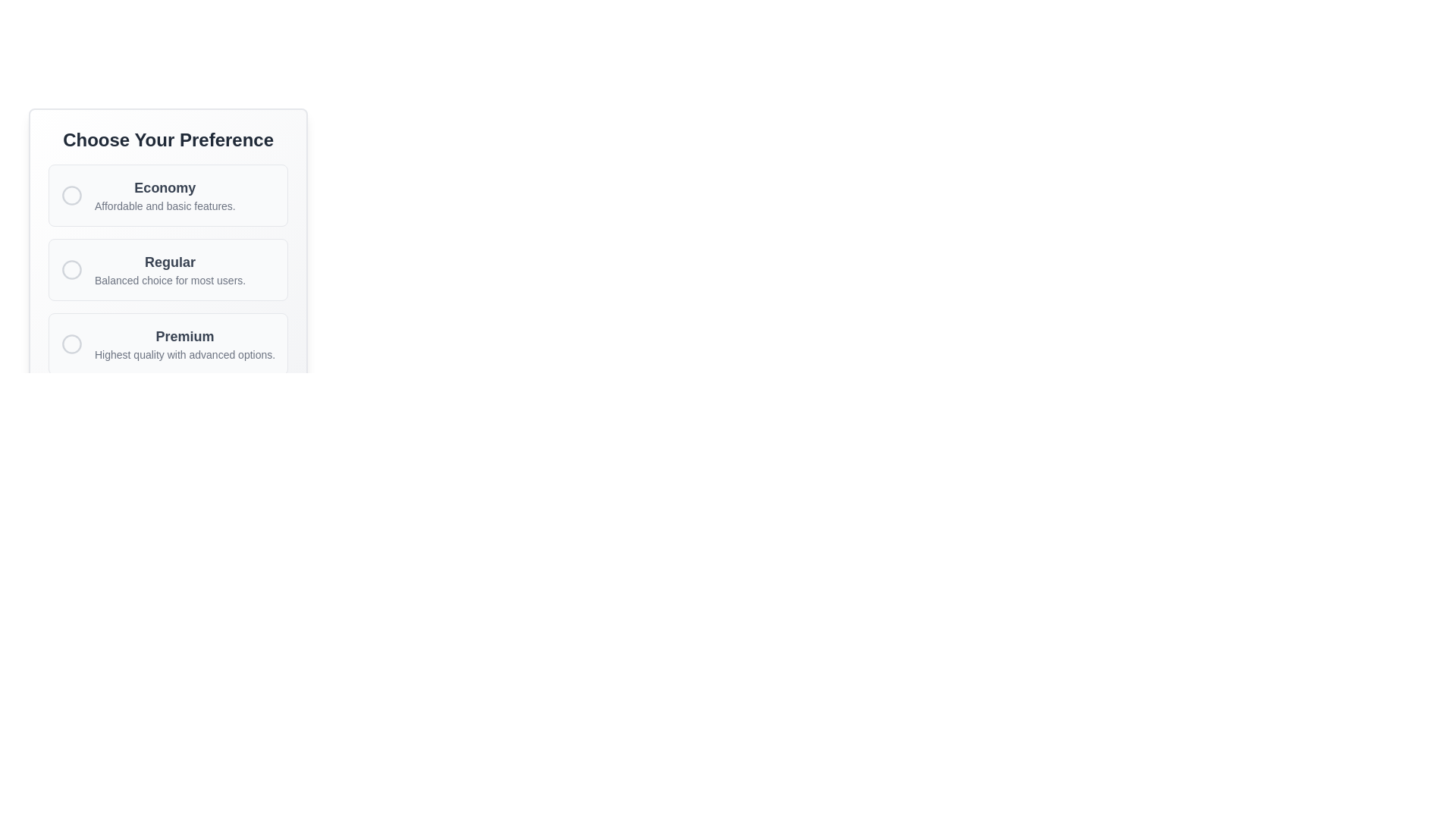  What do you see at coordinates (71, 194) in the screenshot?
I see `the SVG Circle element indicating the state of the 'Economy' radio button located in the options menu` at bounding box center [71, 194].